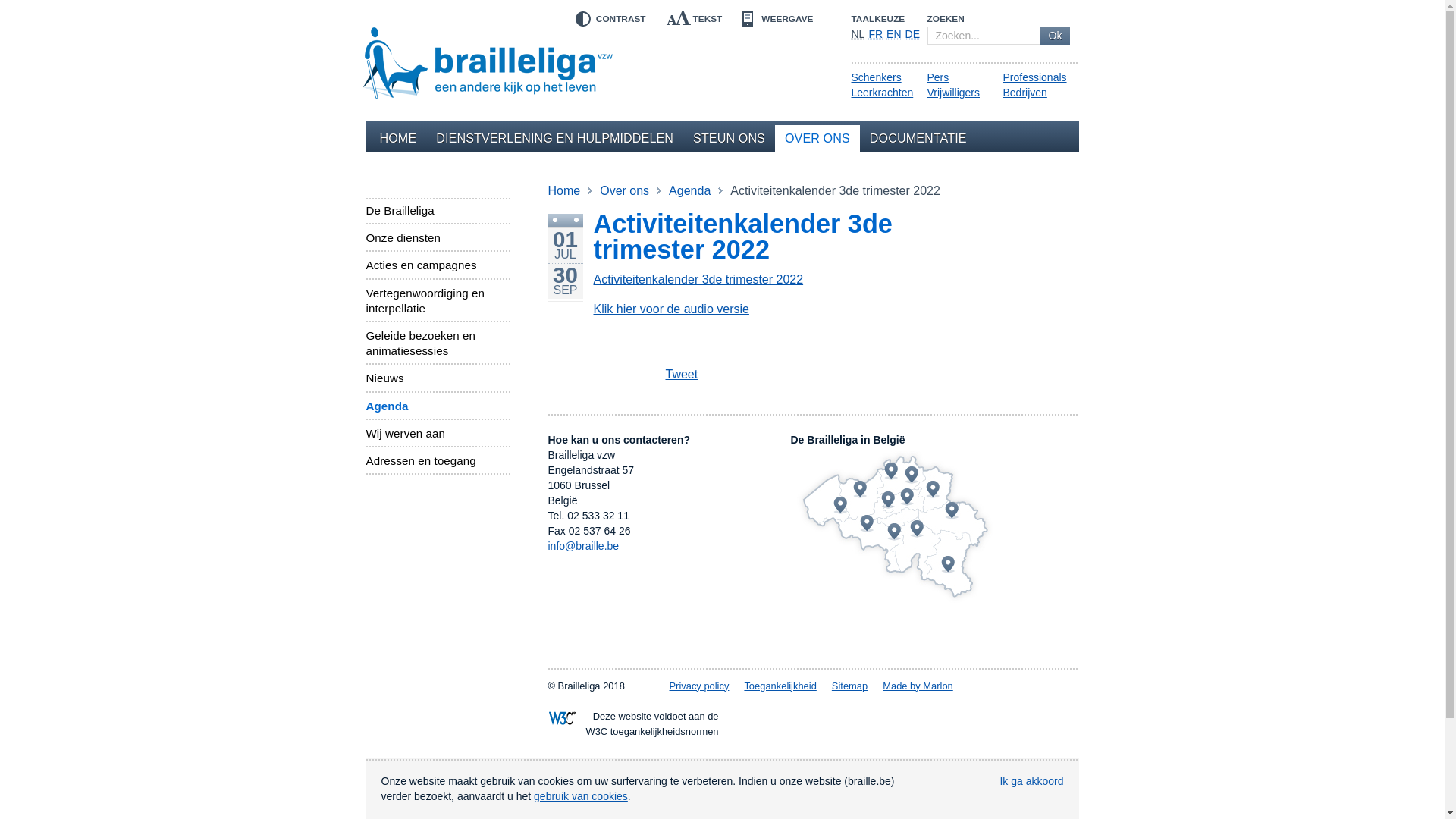  Describe the element at coordinates (436, 265) in the screenshot. I see `'Acties en campagnes'` at that location.